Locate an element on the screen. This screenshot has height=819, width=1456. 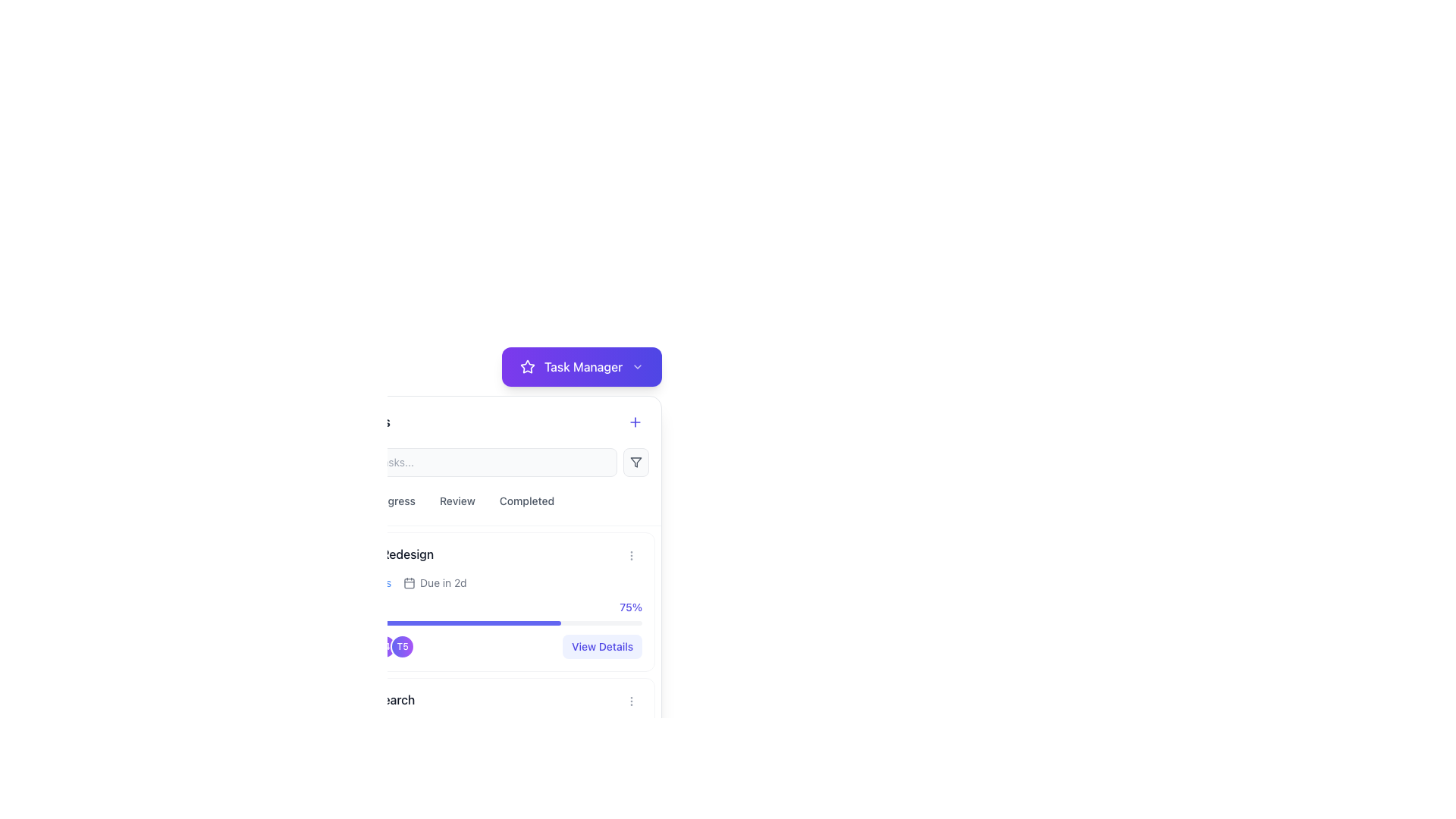
the button located on the right side of the 'User Research' section is located at coordinates (632, 701).